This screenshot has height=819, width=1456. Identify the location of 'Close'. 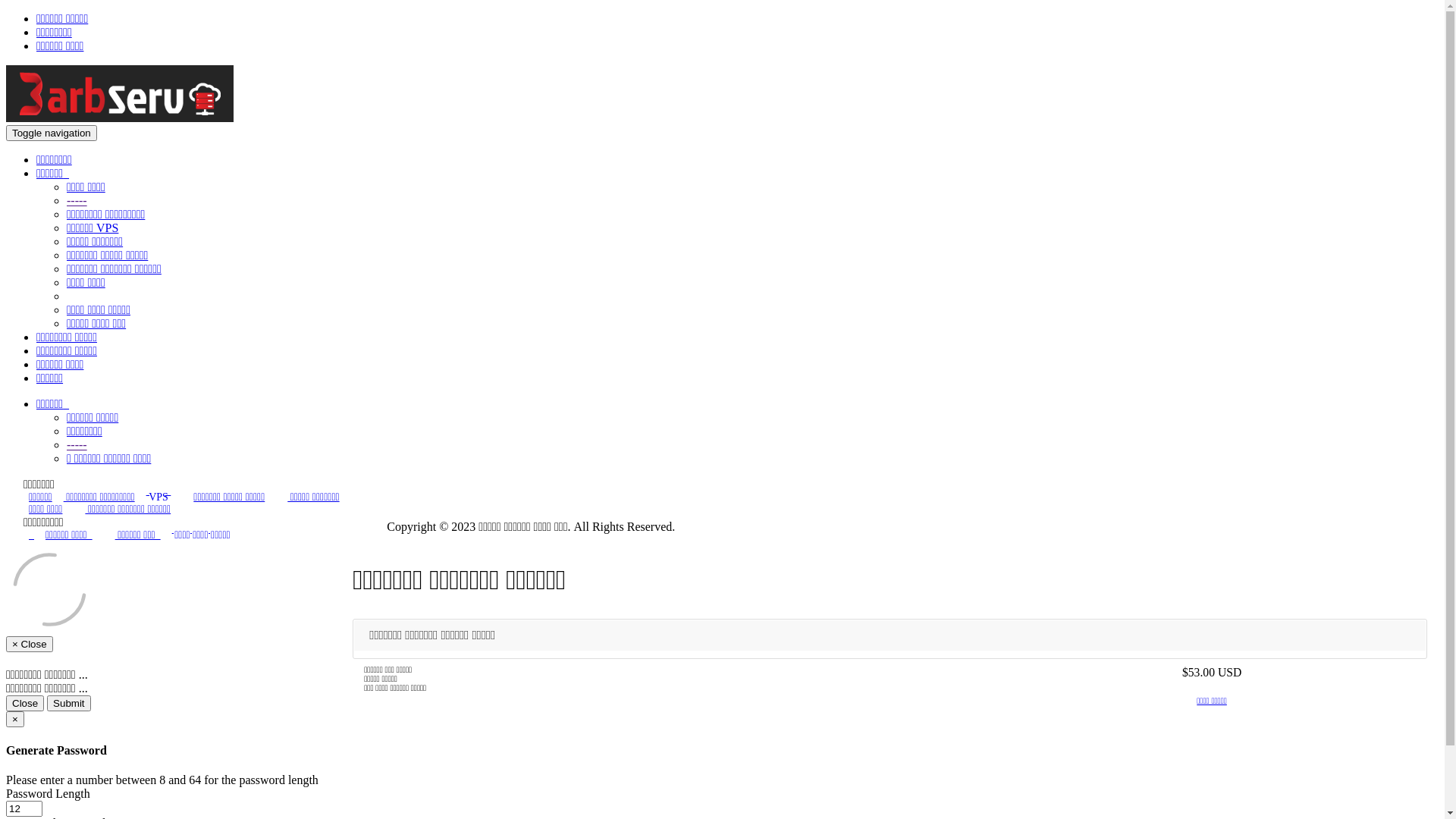
(25, 703).